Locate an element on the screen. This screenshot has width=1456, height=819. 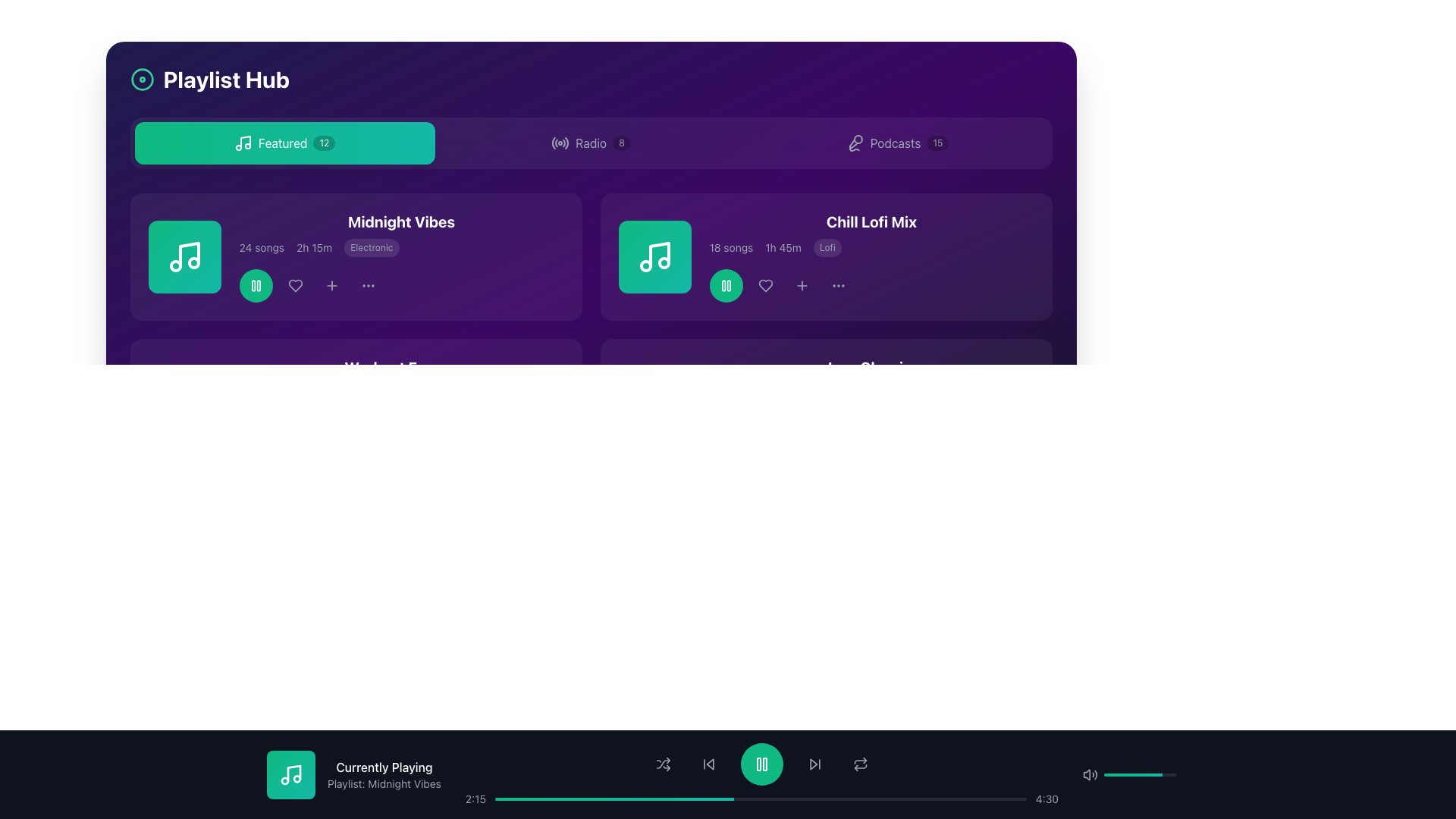
the text label displaying 'Midnight Vibes' in bold white font, located at the upper portion of the playlist card against a dark purple background is located at coordinates (401, 222).